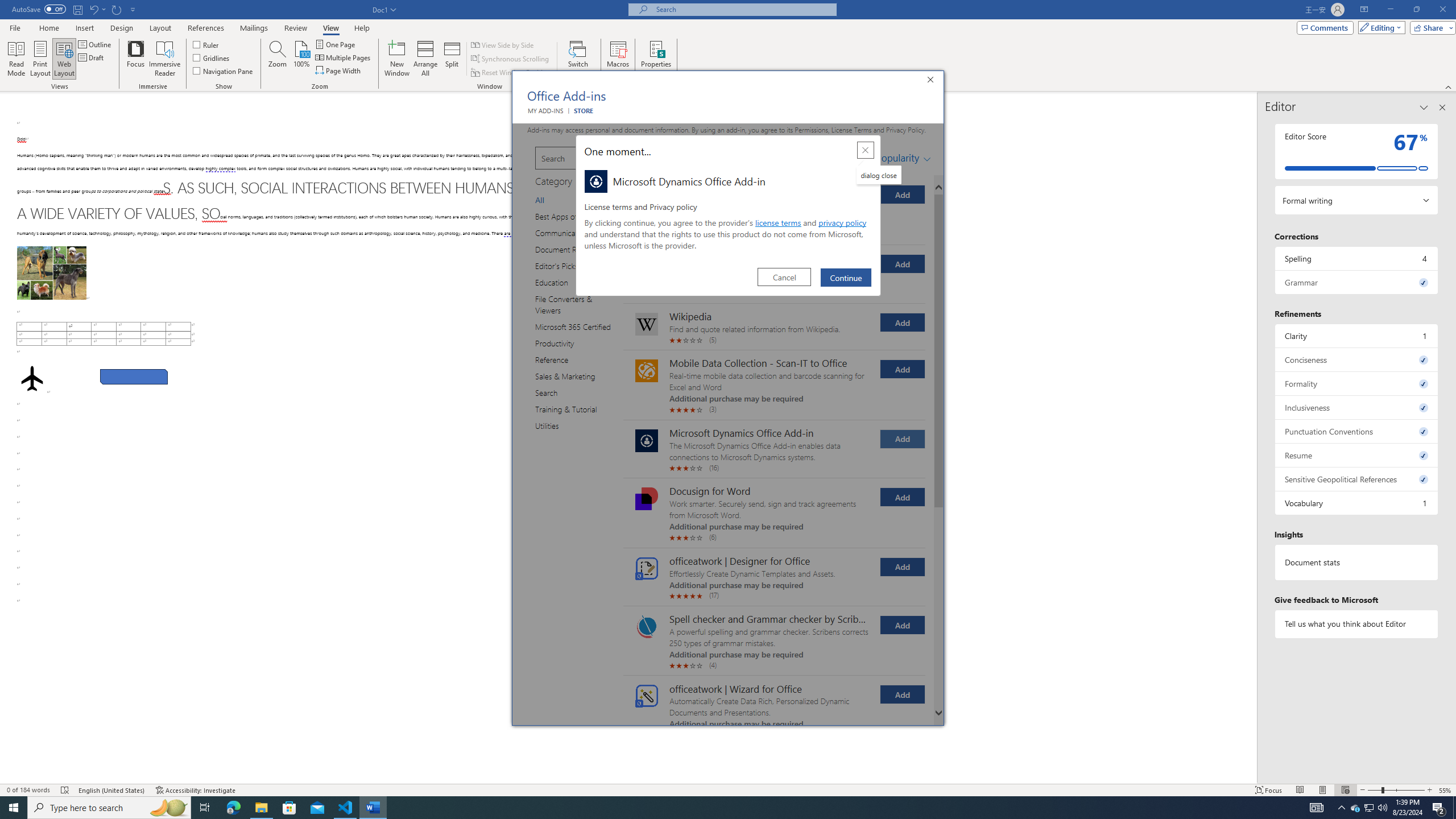  Describe the element at coordinates (1356, 282) in the screenshot. I see `'Grammar, 0 issues. Press space or enter to review items.'` at that location.